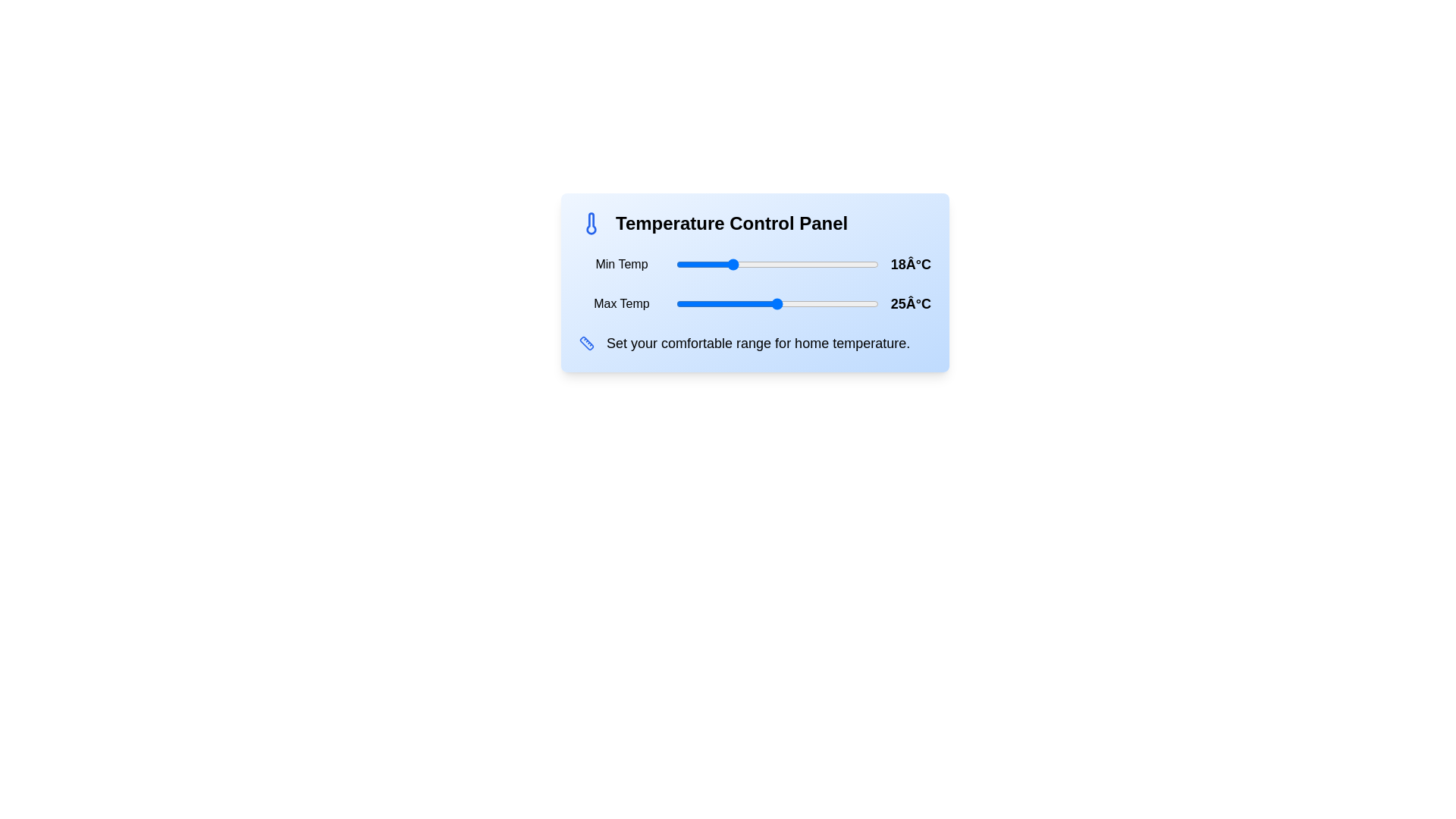 The width and height of the screenshot is (1456, 819). What do you see at coordinates (709, 263) in the screenshot?
I see `the minimum temperature to 15°C using the slider` at bounding box center [709, 263].